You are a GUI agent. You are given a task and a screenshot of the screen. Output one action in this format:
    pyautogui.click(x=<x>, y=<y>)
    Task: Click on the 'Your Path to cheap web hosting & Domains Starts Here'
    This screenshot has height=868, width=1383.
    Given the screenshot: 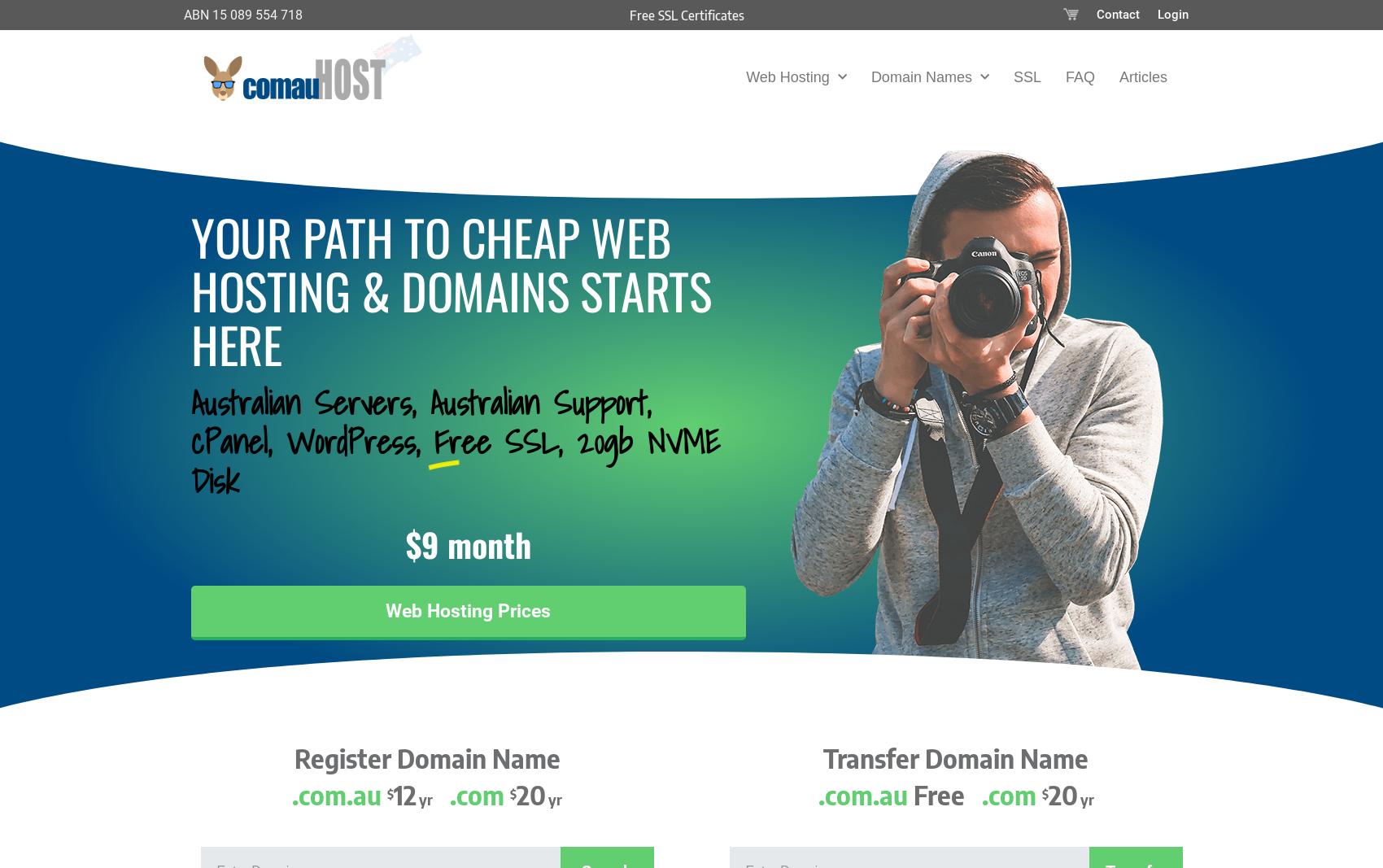 What is the action you would take?
    pyautogui.click(x=450, y=289)
    